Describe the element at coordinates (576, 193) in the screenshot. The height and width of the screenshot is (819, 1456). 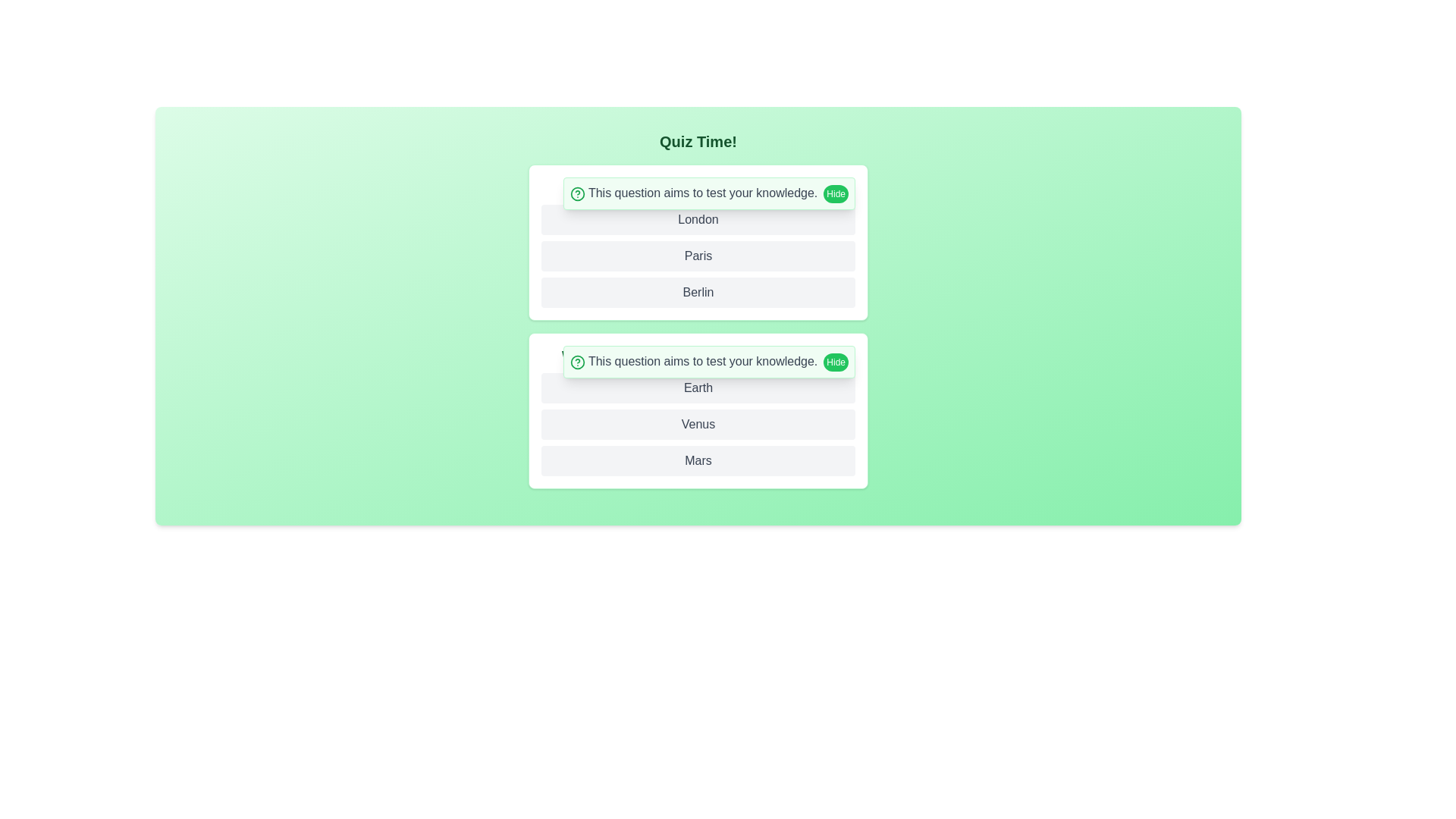
I see `the circular icon with a question mark inside, which is green and located to the left of the text 'This question aims to test your knowledge. Hide' in the upper green box` at that location.